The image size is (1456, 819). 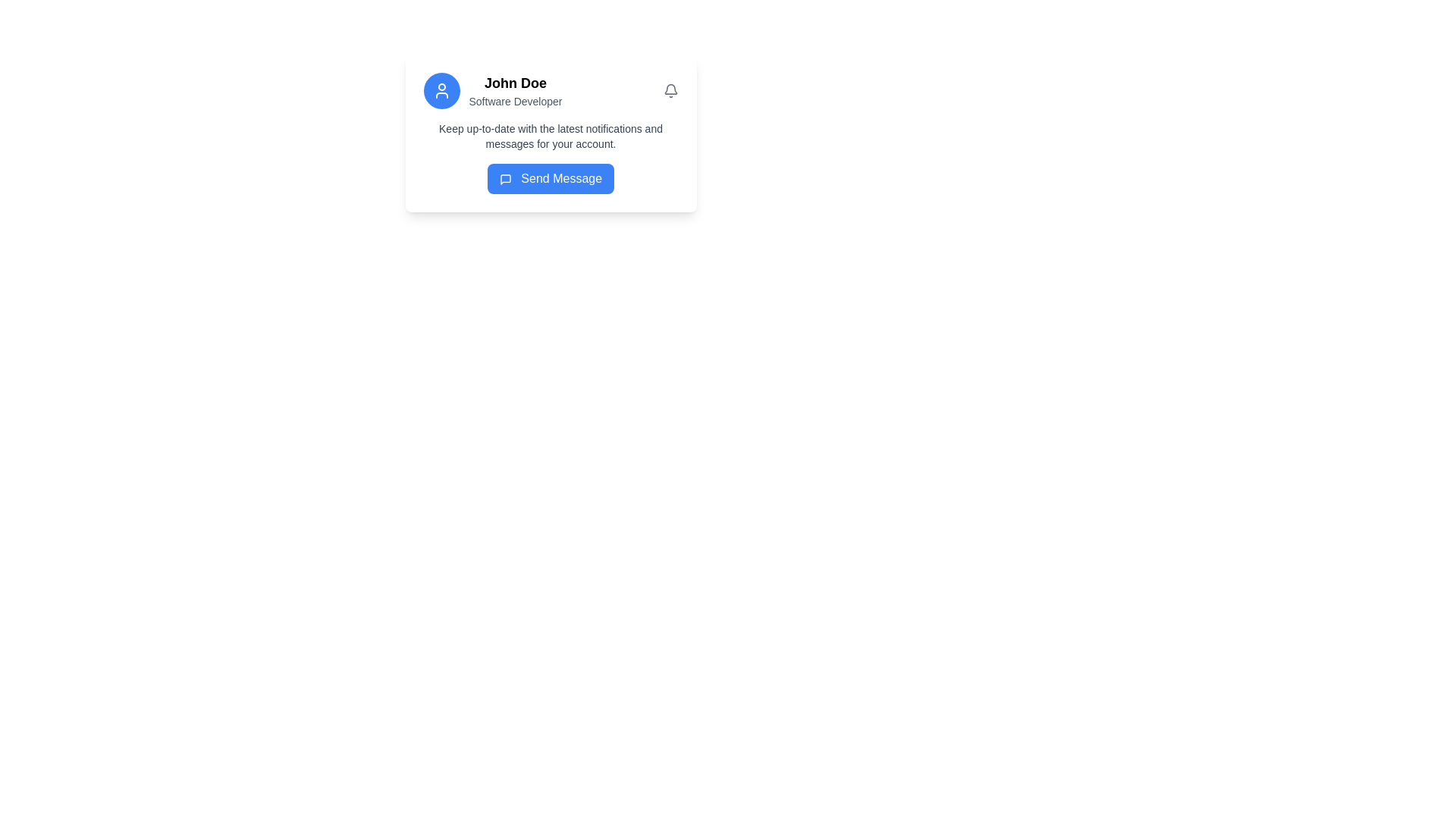 What do you see at coordinates (441, 90) in the screenshot?
I see `the Circular Avatar Icon with a blue background and white user outline, located to the left of the text 'John Doe - Software Developer' in the card layout` at bounding box center [441, 90].